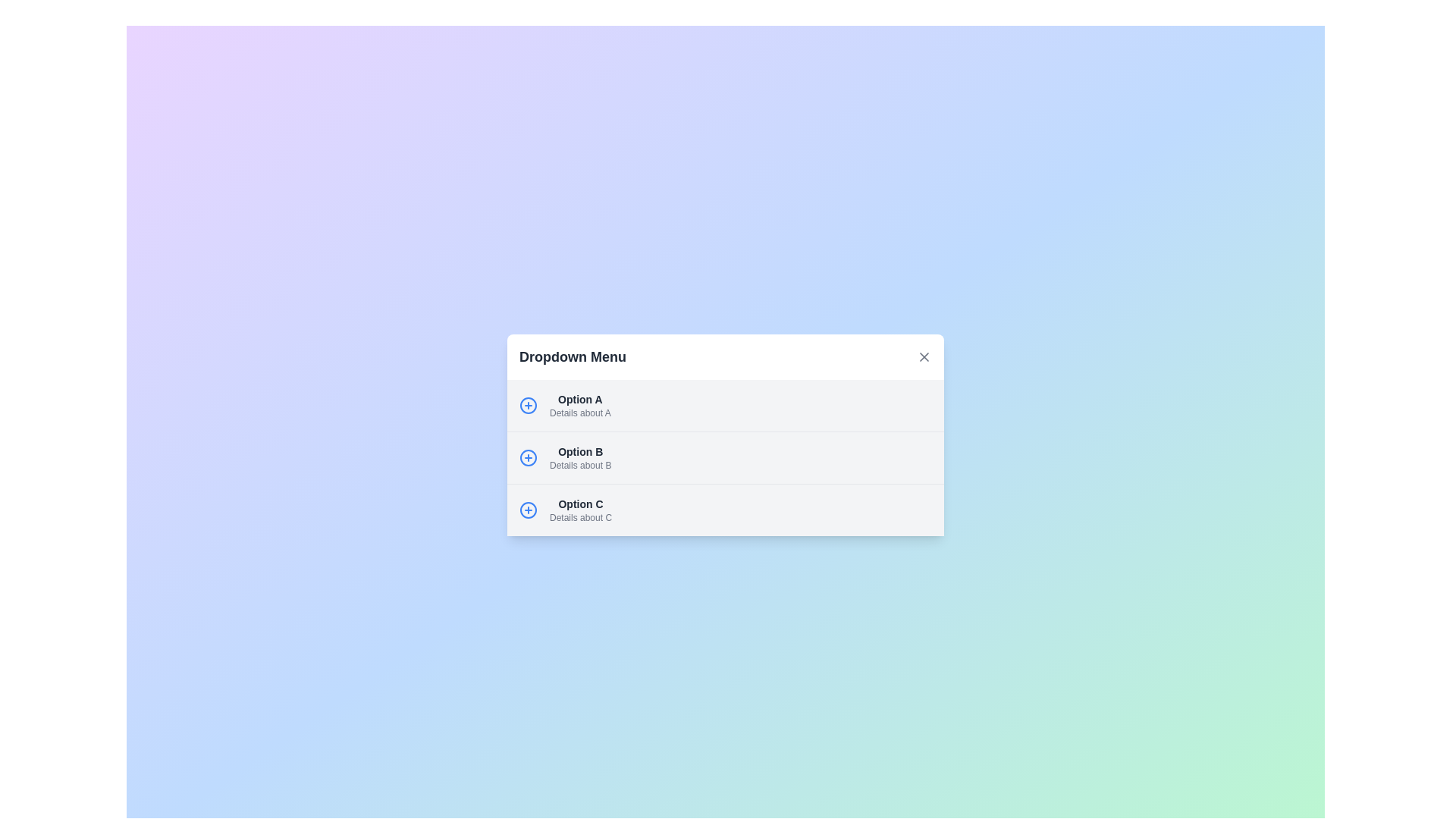  What do you see at coordinates (580, 510) in the screenshot?
I see `the selectable list item labeled 'Option C' in the dropdown menu` at bounding box center [580, 510].